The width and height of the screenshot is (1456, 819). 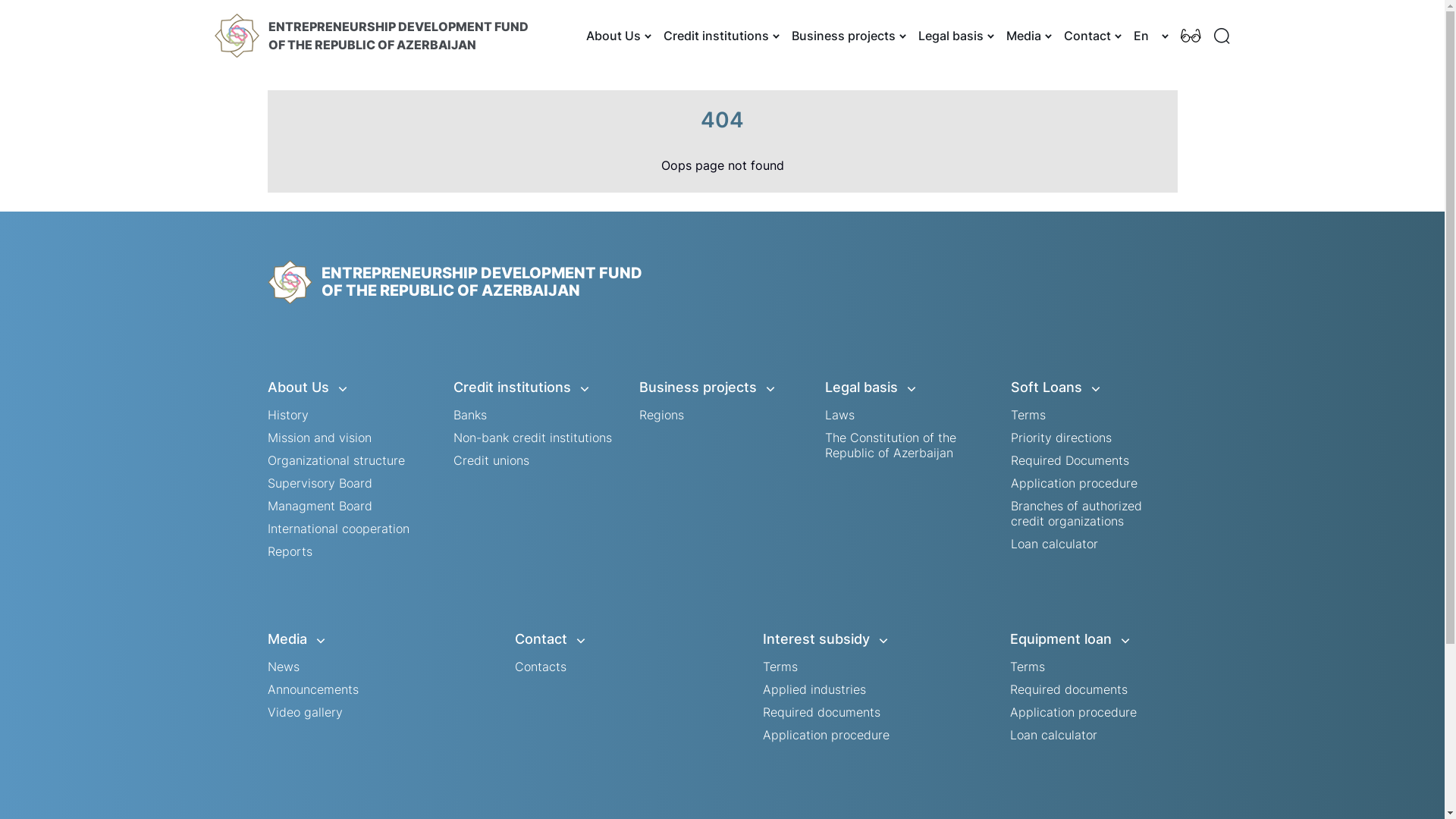 I want to click on 'Soft Loans', so click(x=1093, y=386).